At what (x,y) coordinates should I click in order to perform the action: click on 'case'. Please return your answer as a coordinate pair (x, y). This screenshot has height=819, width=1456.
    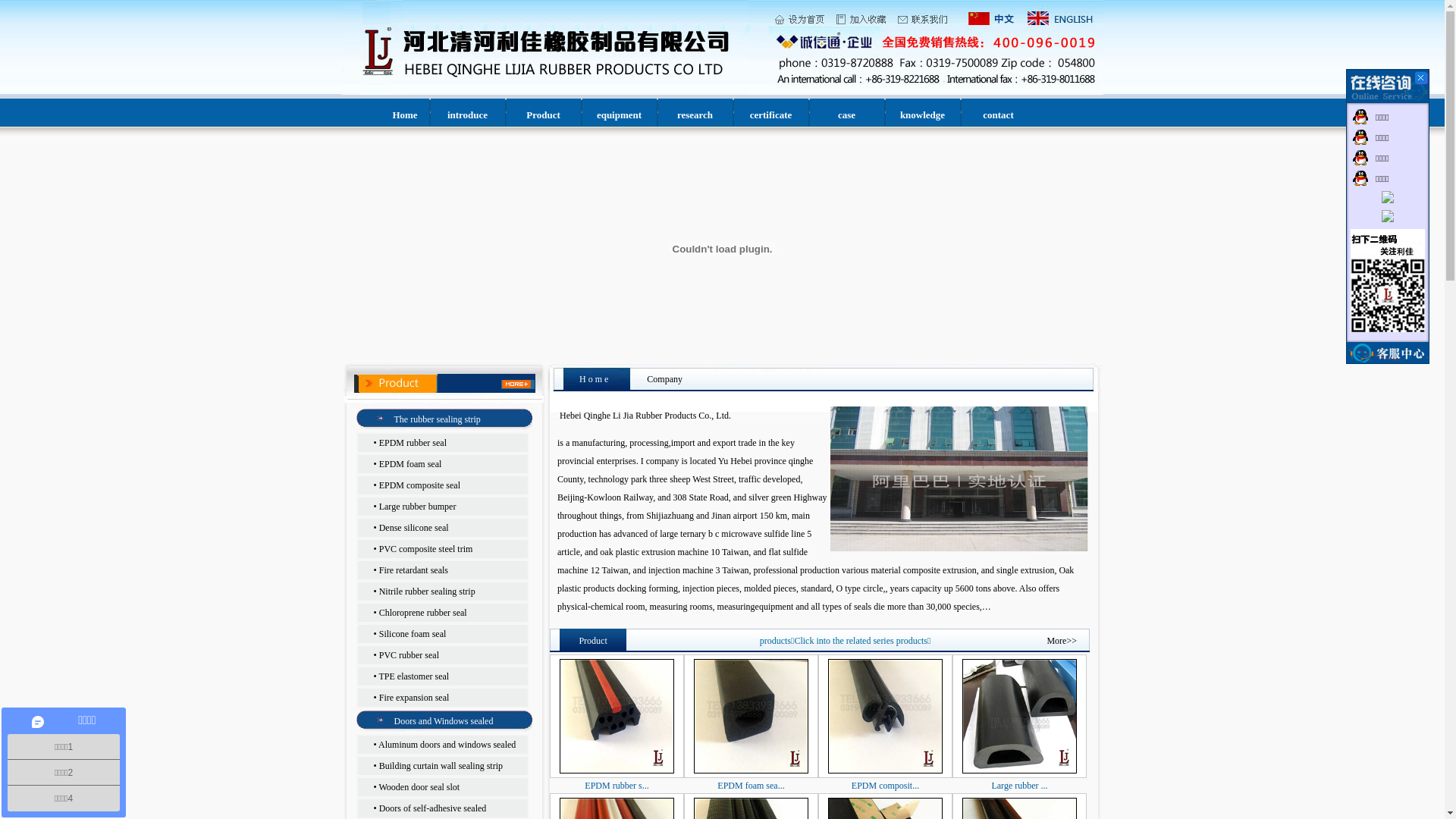
    Looking at the image, I should click on (836, 114).